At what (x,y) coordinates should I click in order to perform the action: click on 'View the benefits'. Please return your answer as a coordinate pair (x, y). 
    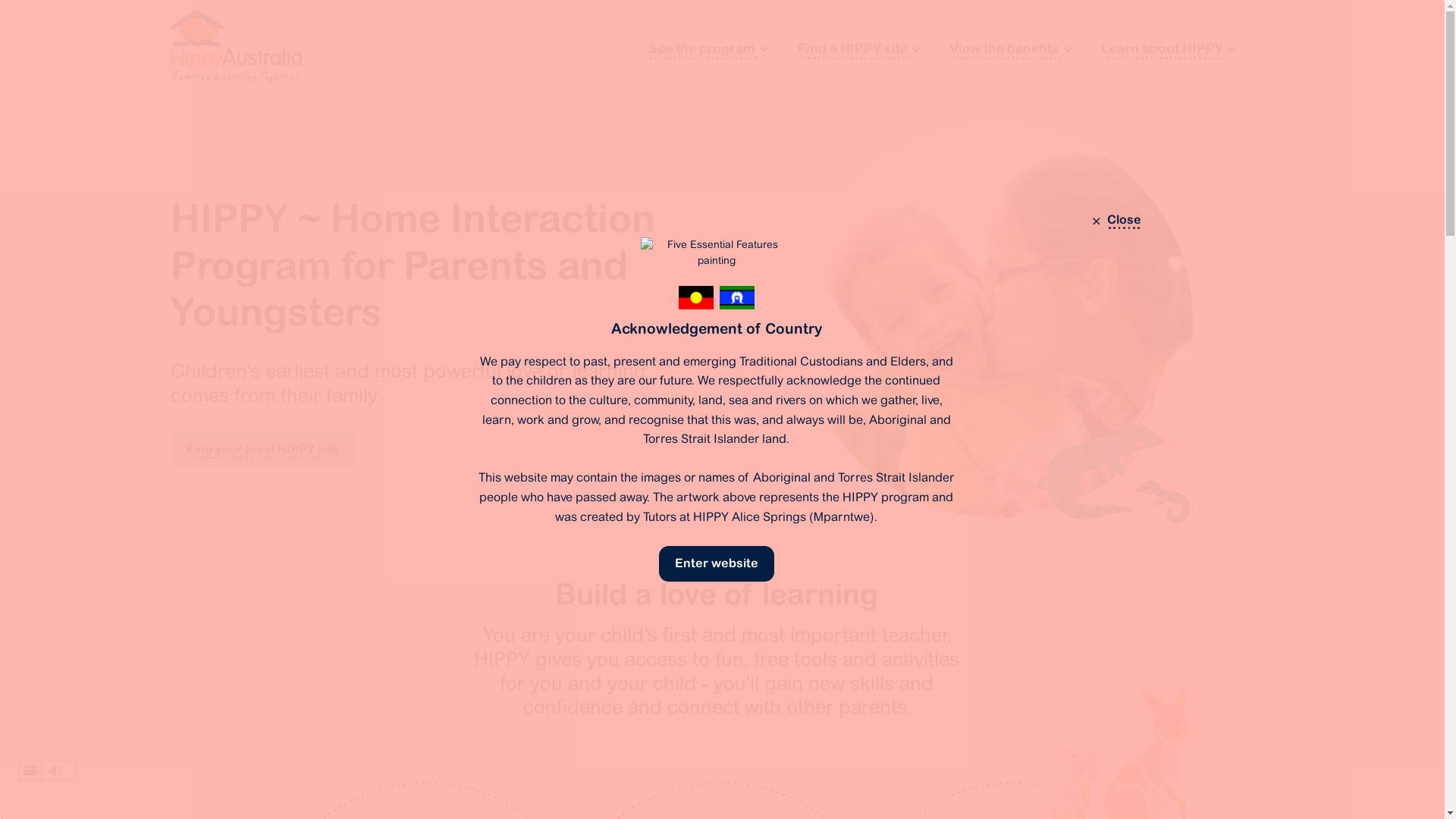
    Looking at the image, I should click on (934, 48).